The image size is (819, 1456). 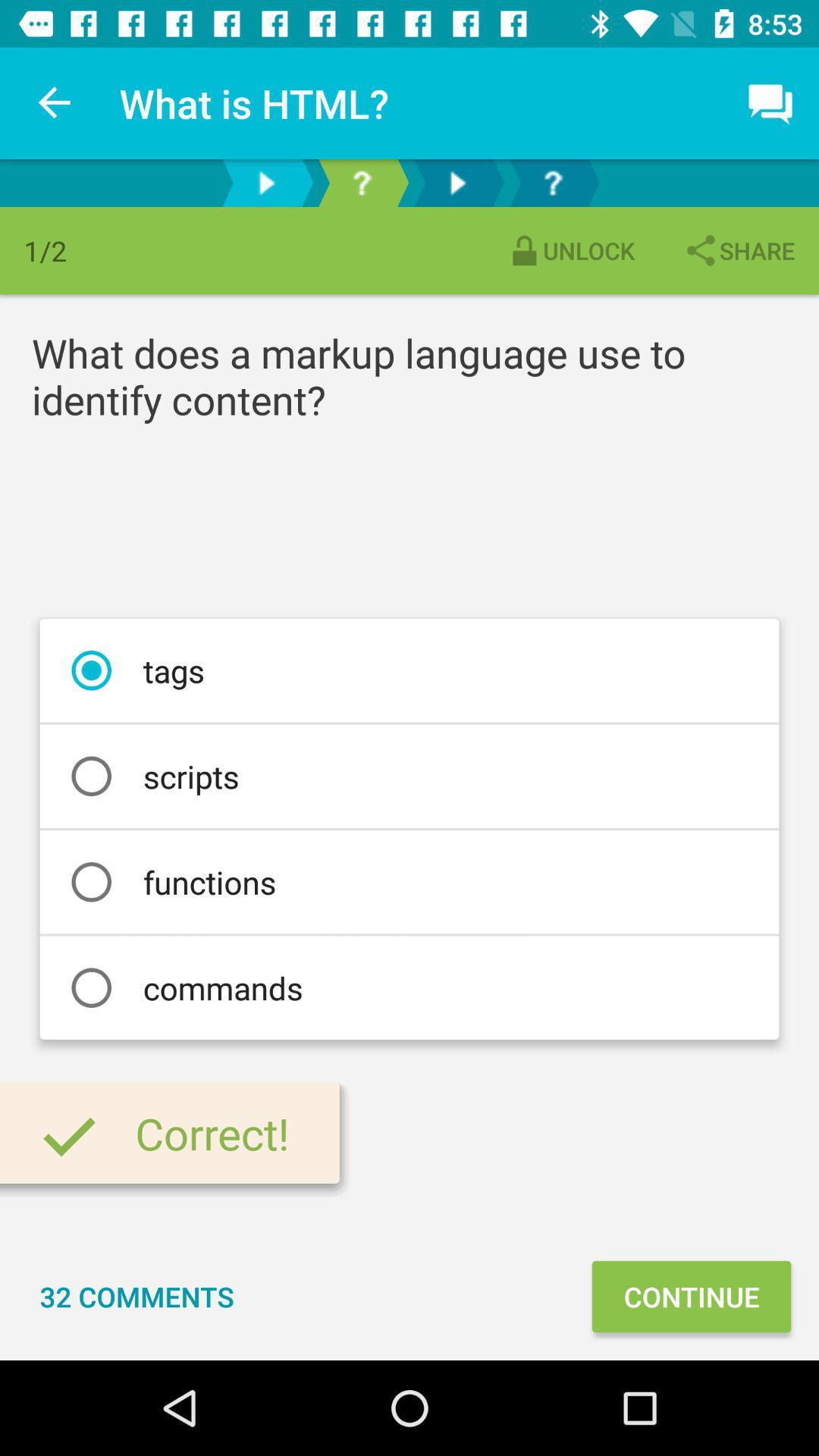 I want to click on the icon below the commands icon, so click(x=691, y=1295).